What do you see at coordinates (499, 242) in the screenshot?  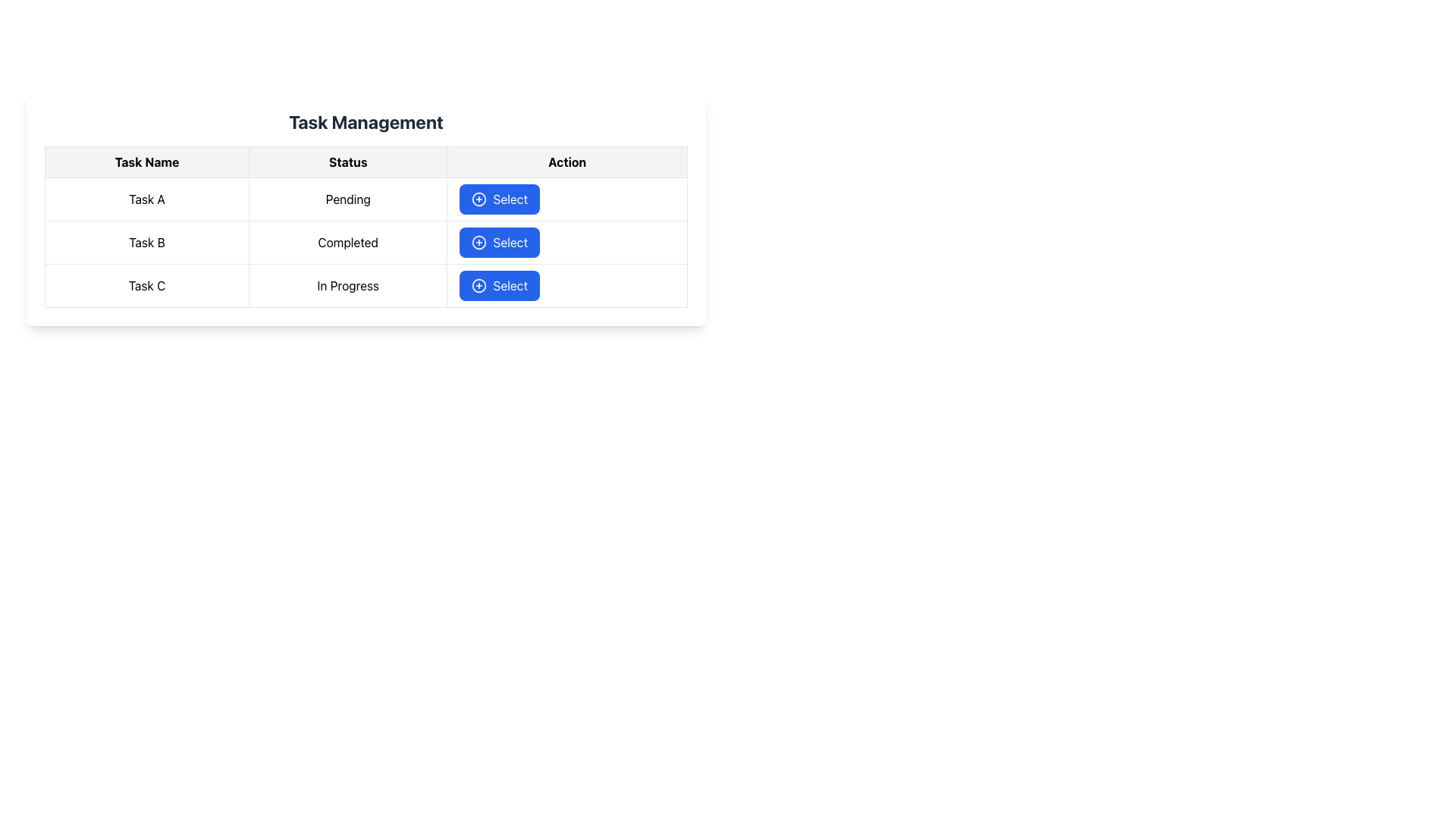 I see `the middle button in the 'Action' column of the second row under the 'Task Management' section` at bounding box center [499, 242].